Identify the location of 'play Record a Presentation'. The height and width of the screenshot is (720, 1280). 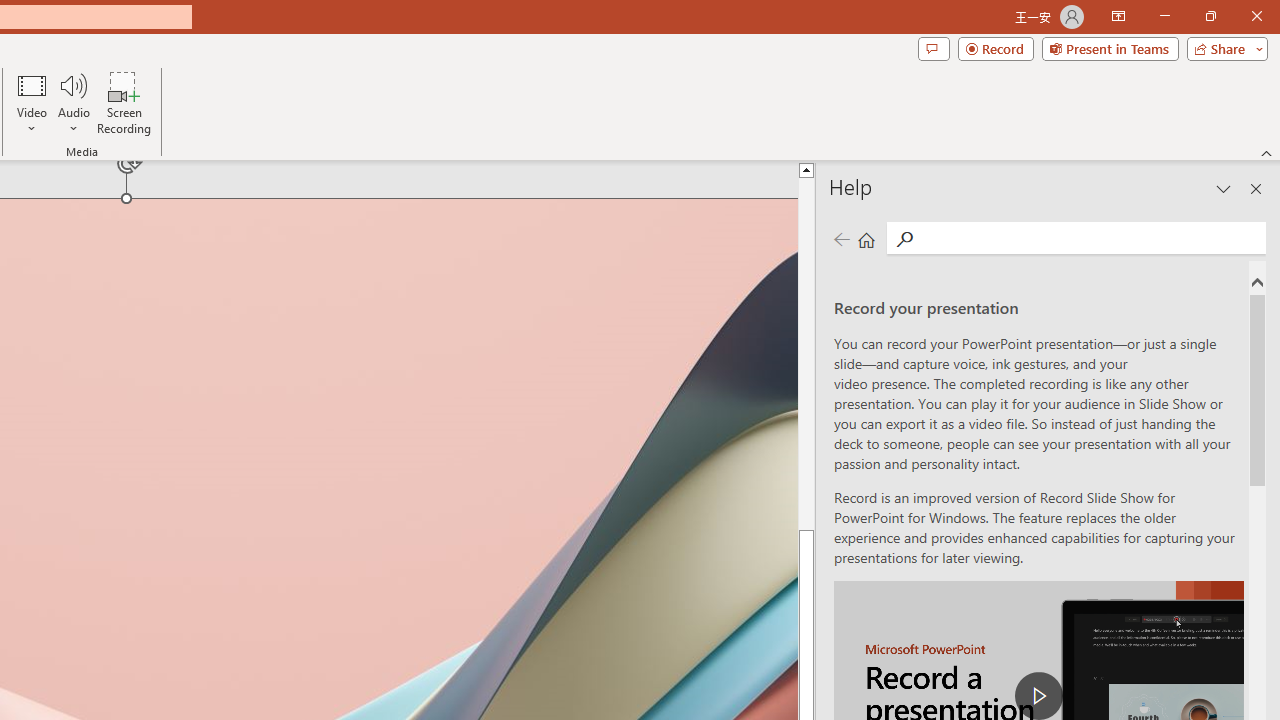
(1038, 694).